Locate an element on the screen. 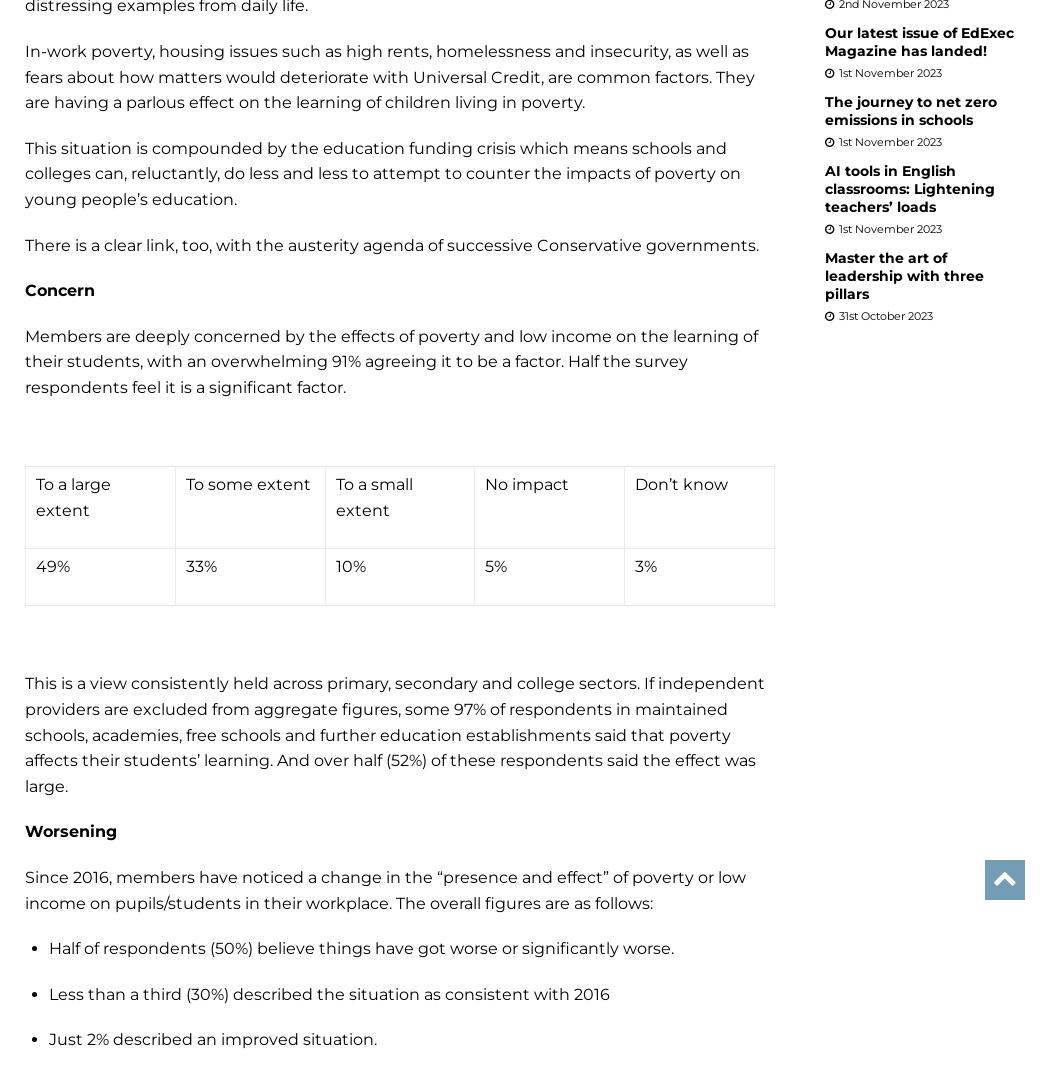 This screenshot has height=1075, width=1050. '33%' is located at coordinates (185, 566).